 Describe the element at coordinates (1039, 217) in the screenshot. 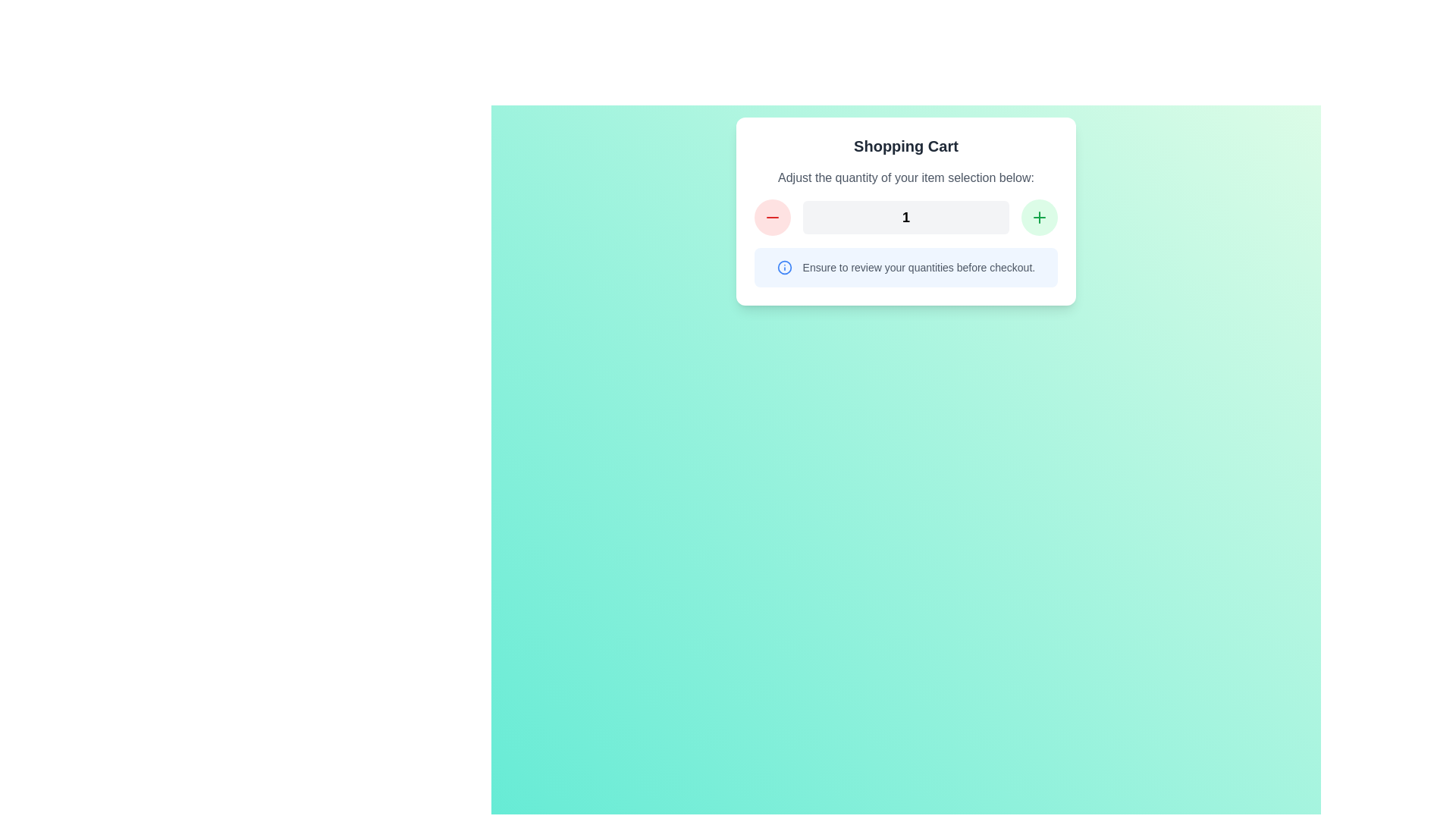

I see `the circular green '+' button located beside the numerical value and to the left of the red '-' button` at that location.